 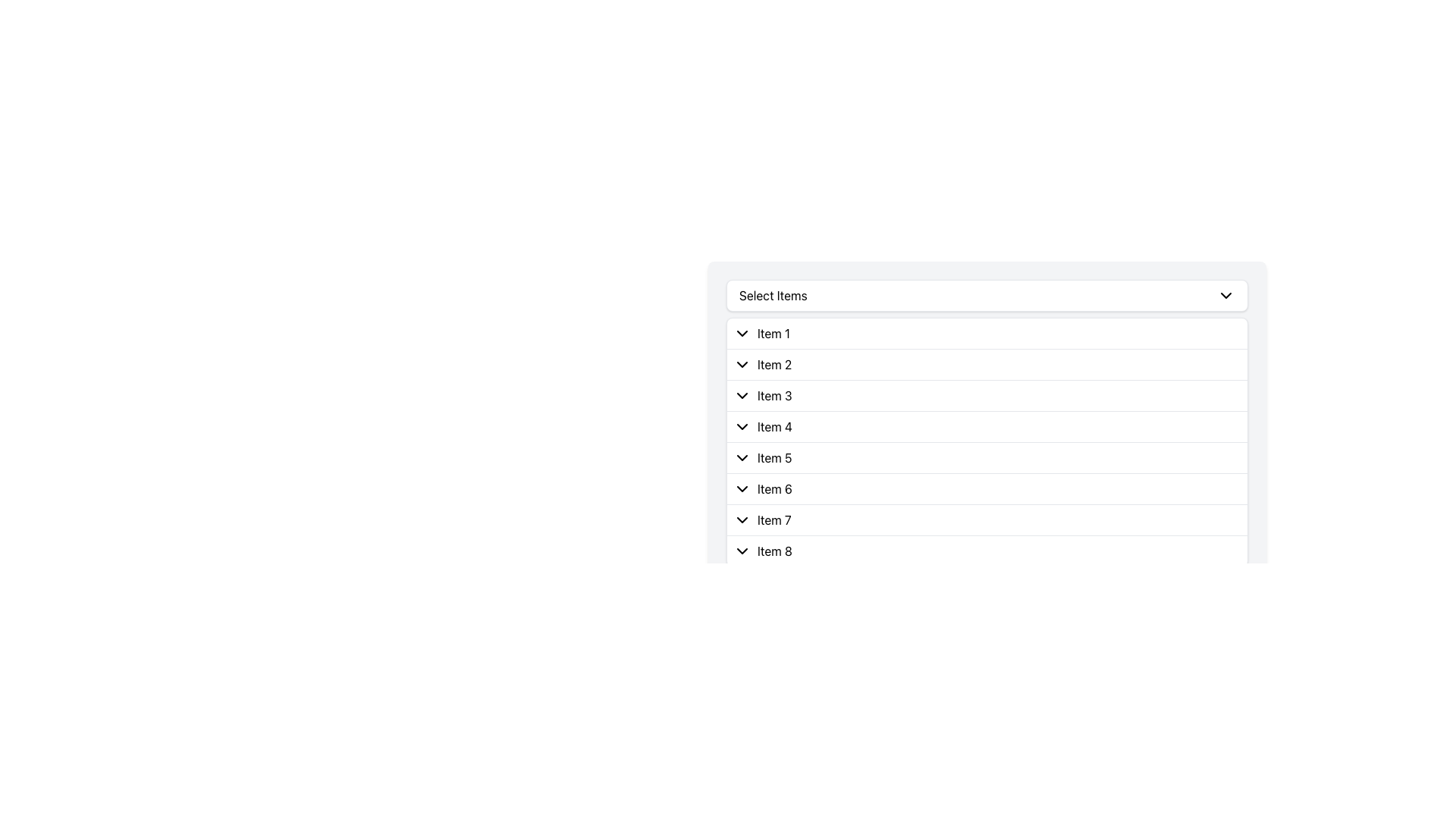 I want to click on the text label representing the fifth item in a list within a dropdown interface, located to the right of an arrow icon, so click(x=774, y=457).